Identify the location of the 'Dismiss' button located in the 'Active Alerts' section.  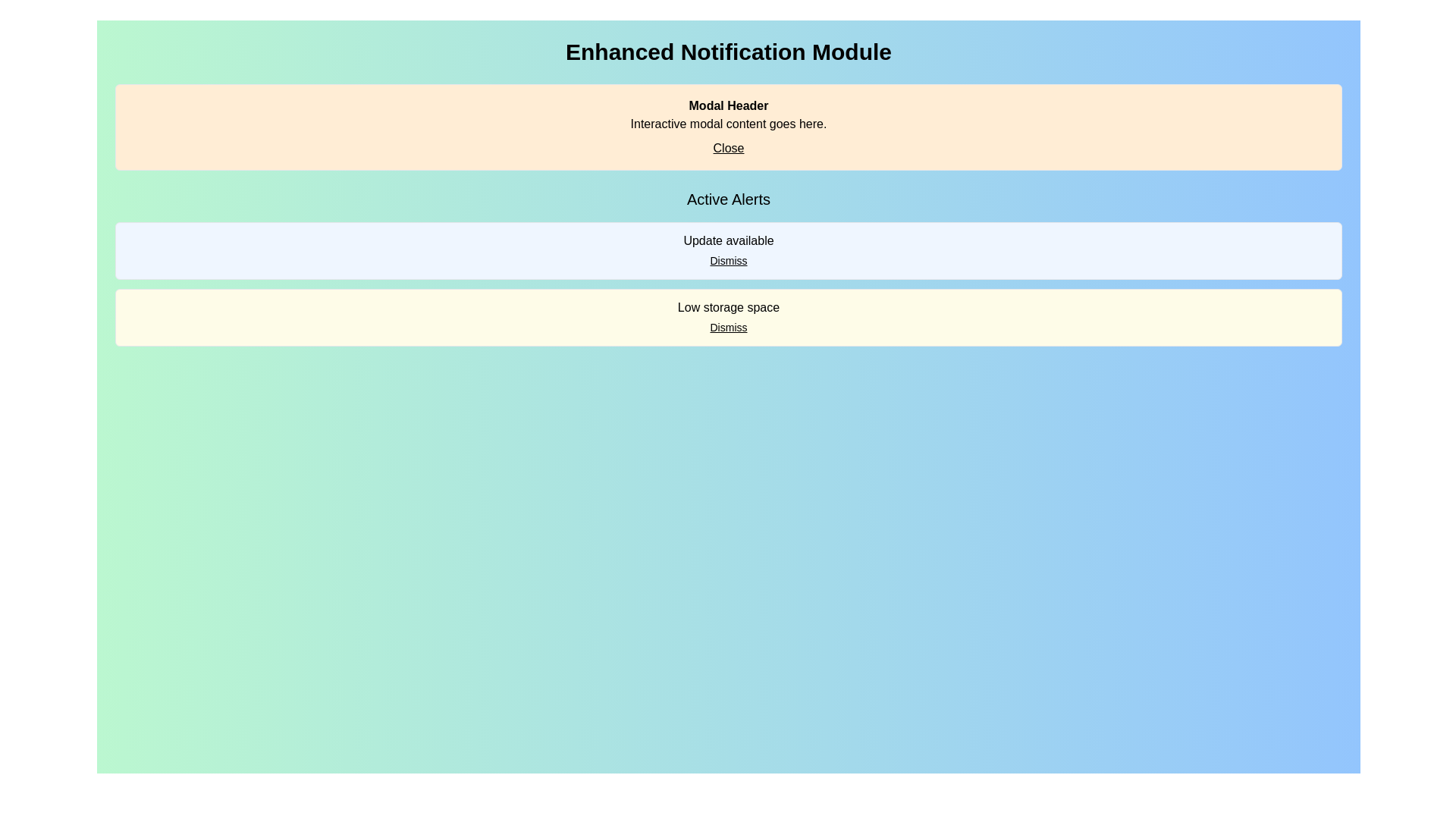
(728, 259).